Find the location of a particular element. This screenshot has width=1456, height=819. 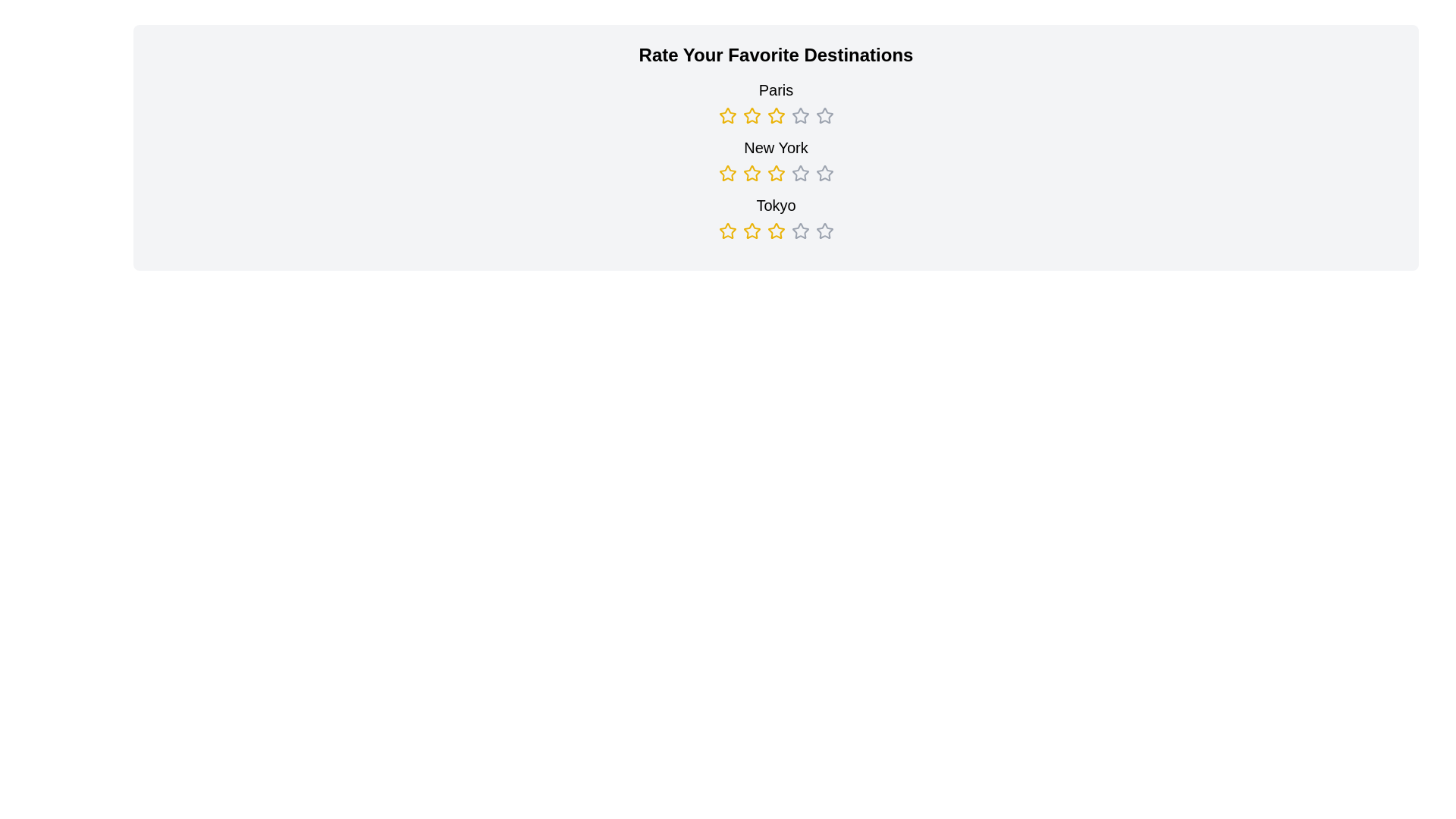

the third star from the left in the rating interface labeled 'Tokyo' to rate it is located at coordinates (752, 231).